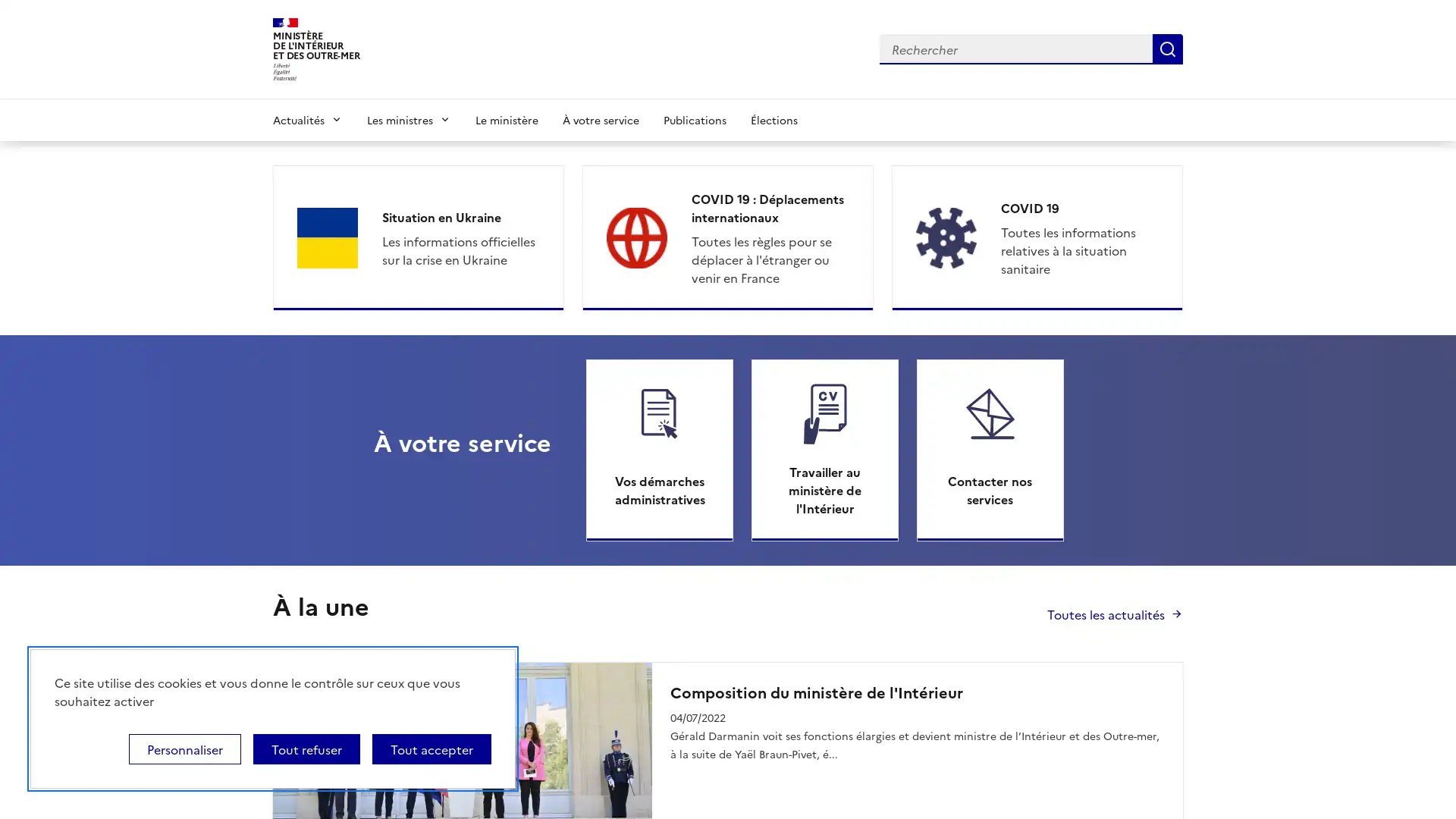 This screenshot has width=1456, height=819. What do you see at coordinates (184, 748) in the screenshot?
I see `Personnaliser (fenetre modale)` at bounding box center [184, 748].